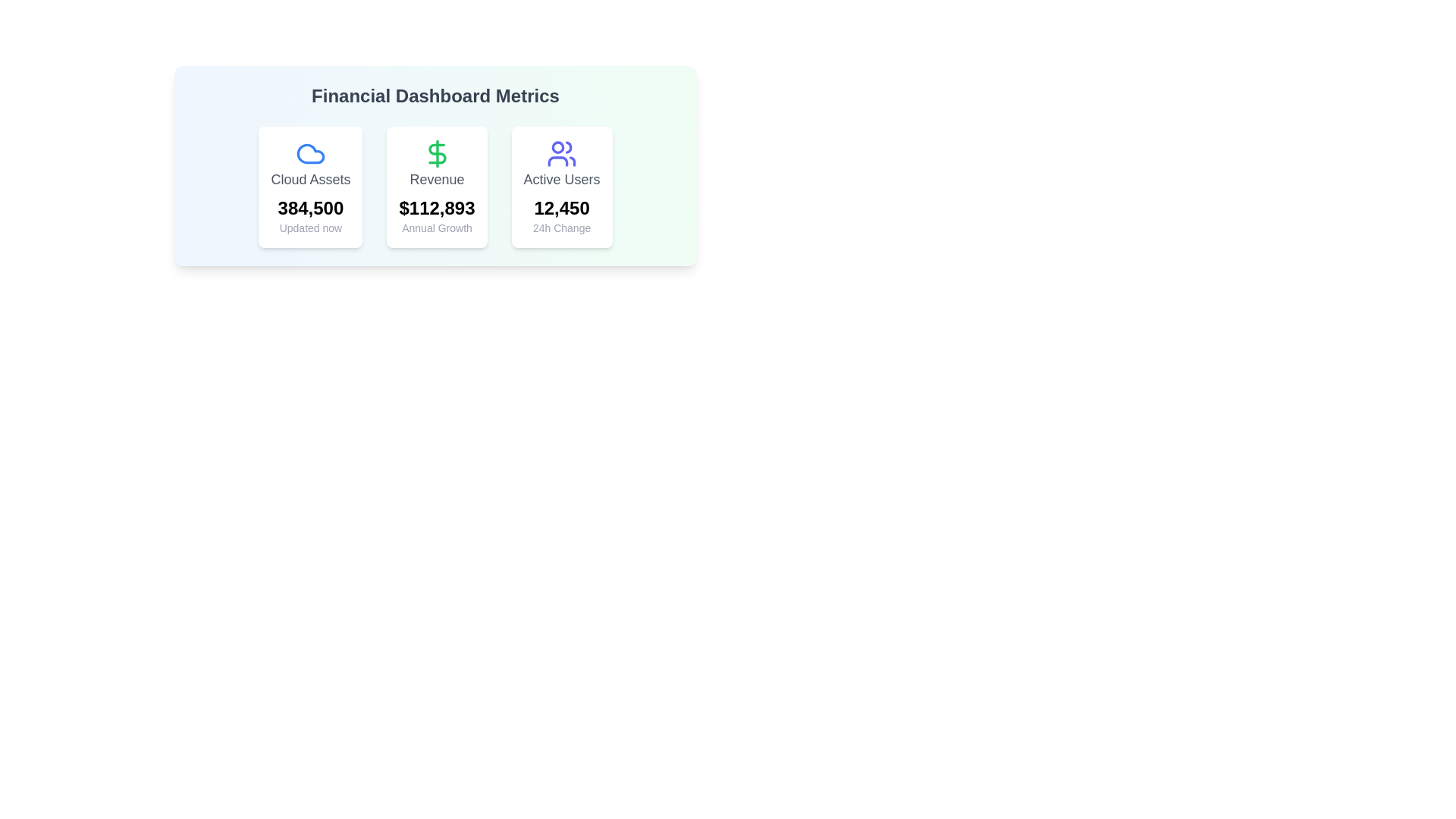 The width and height of the screenshot is (1456, 819). What do you see at coordinates (561, 178) in the screenshot?
I see `the 'Active Users' static text label element, which is displayed in gray font and located at the top-center of the third card in a row of cards` at bounding box center [561, 178].